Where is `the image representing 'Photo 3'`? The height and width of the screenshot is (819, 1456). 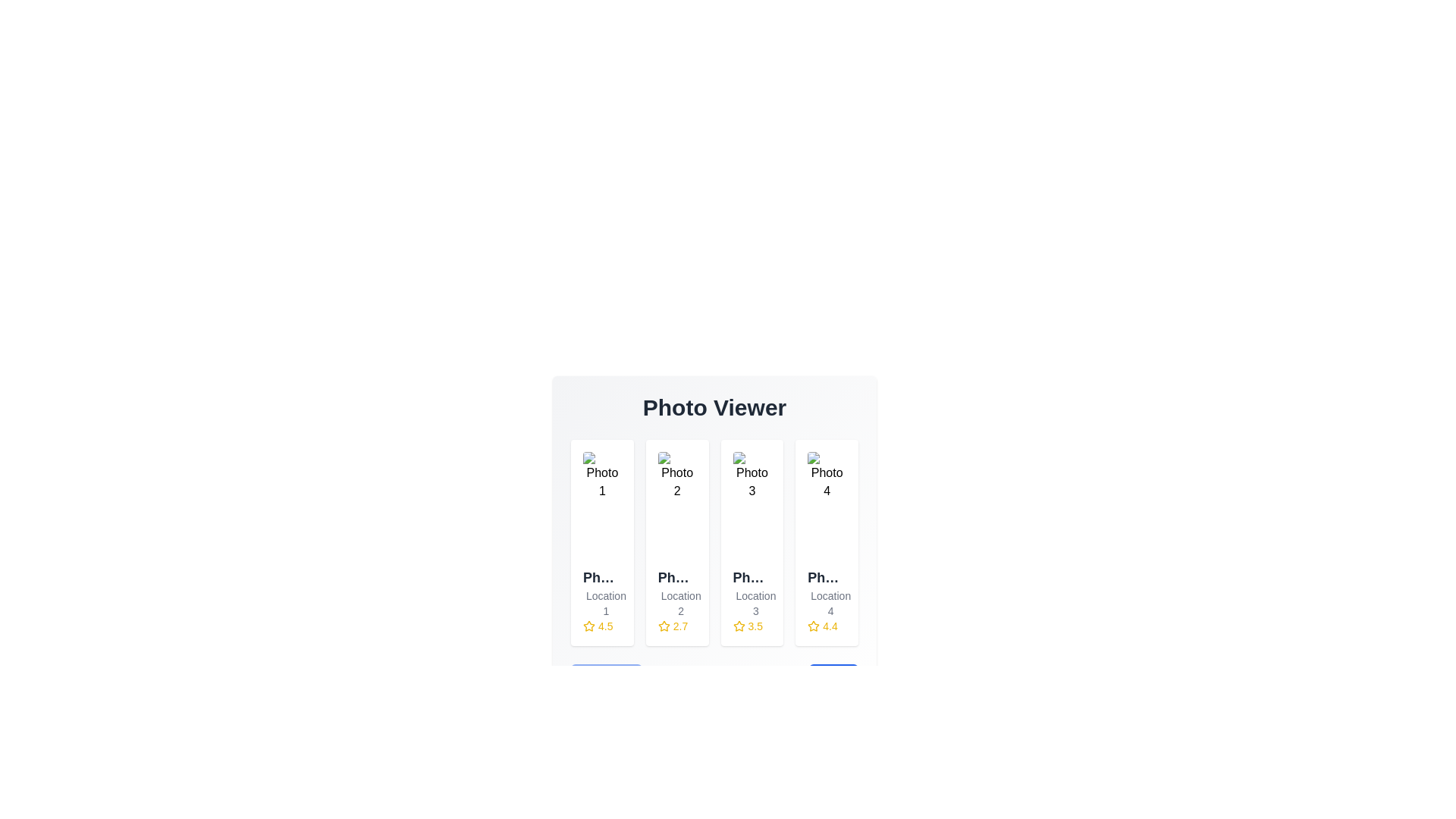
the image representing 'Photo 3' is located at coordinates (752, 506).